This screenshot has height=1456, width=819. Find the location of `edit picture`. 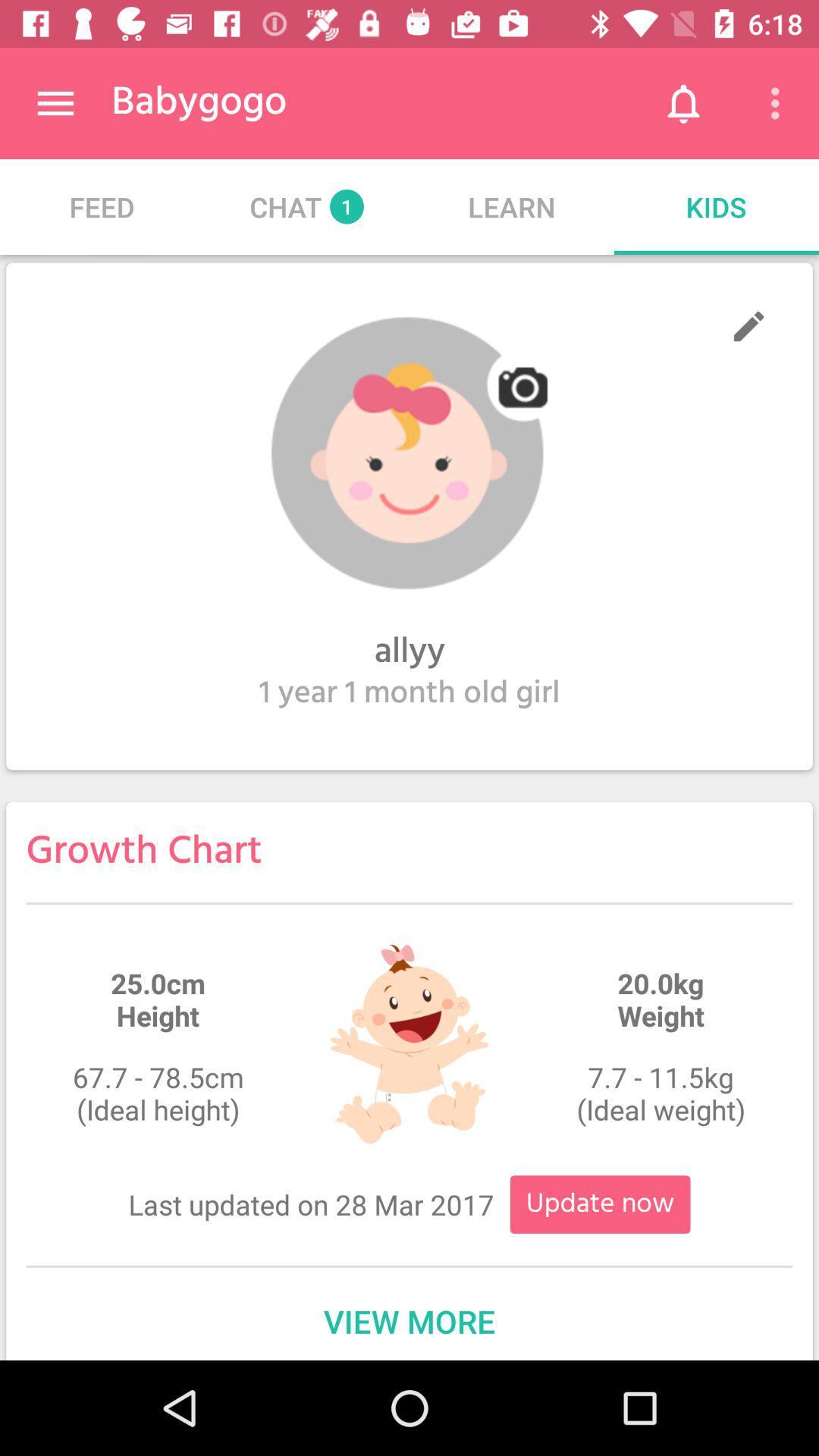

edit picture is located at coordinates (409, 453).